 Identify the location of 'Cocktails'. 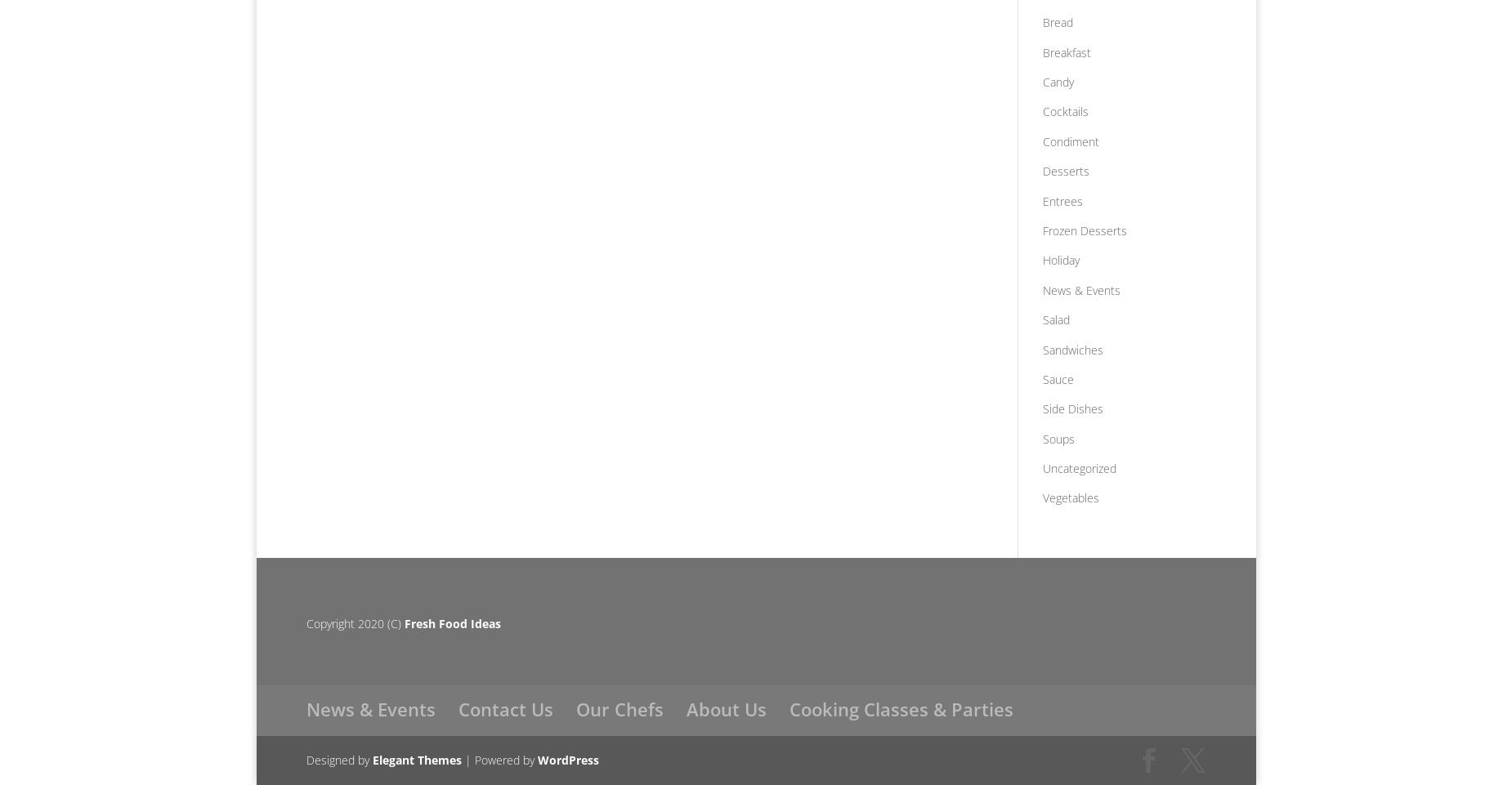
(1063, 110).